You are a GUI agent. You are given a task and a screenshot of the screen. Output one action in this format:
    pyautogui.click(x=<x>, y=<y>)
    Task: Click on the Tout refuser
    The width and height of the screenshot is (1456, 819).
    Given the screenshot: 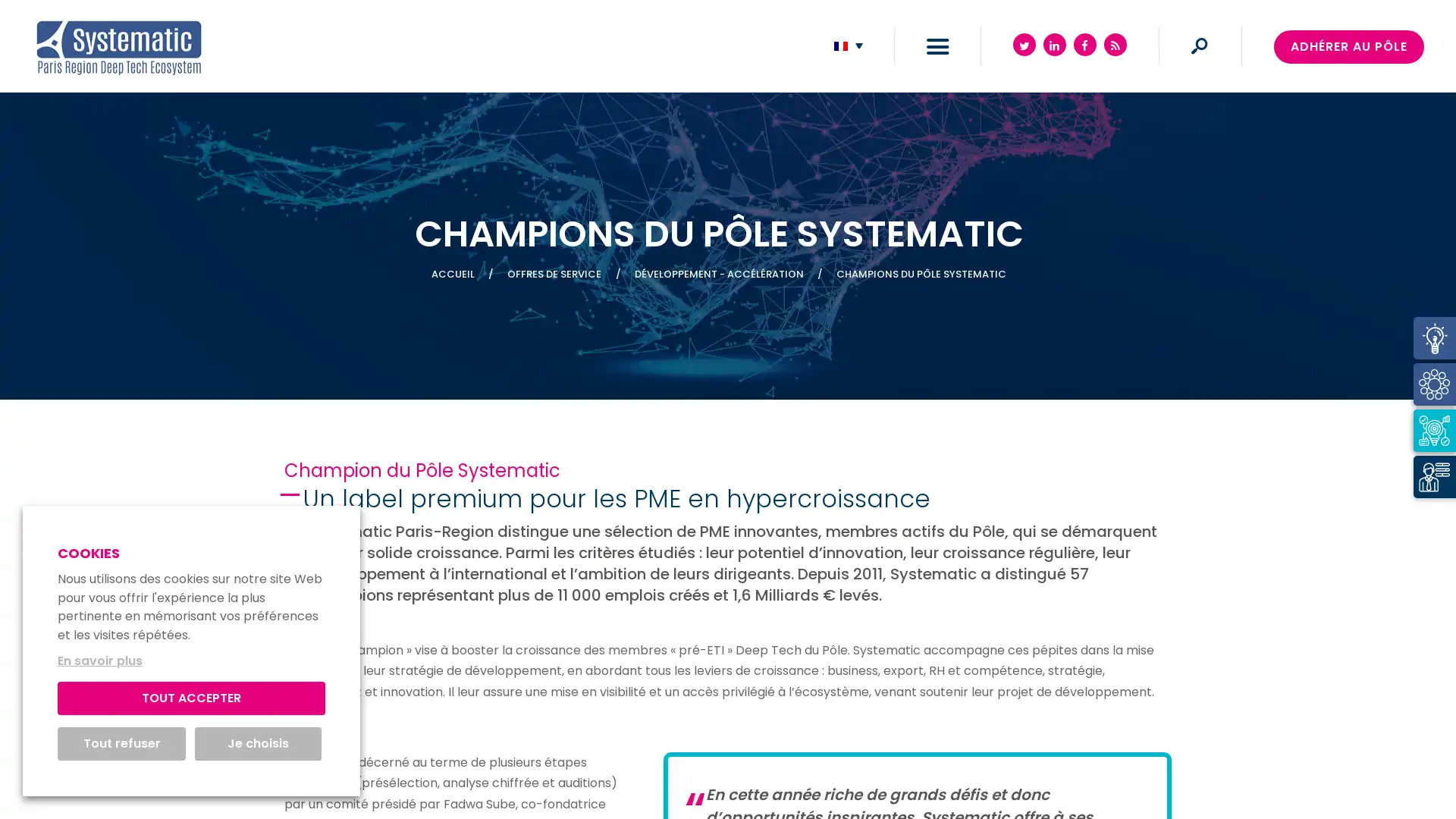 What is the action you would take?
    pyautogui.click(x=121, y=742)
    